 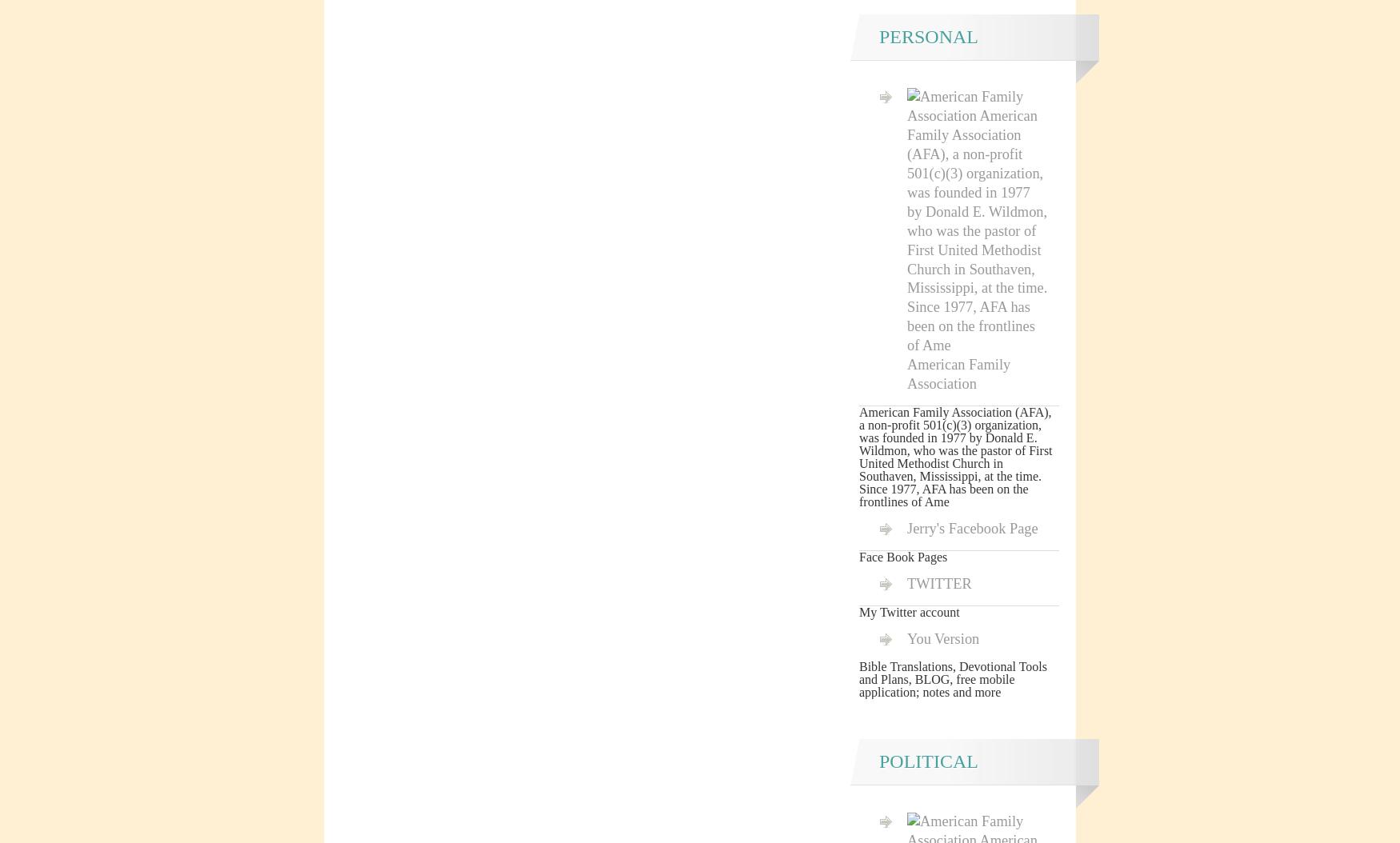 What do you see at coordinates (927, 36) in the screenshot?
I see `'Personal'` at bounding box center [927, 36].